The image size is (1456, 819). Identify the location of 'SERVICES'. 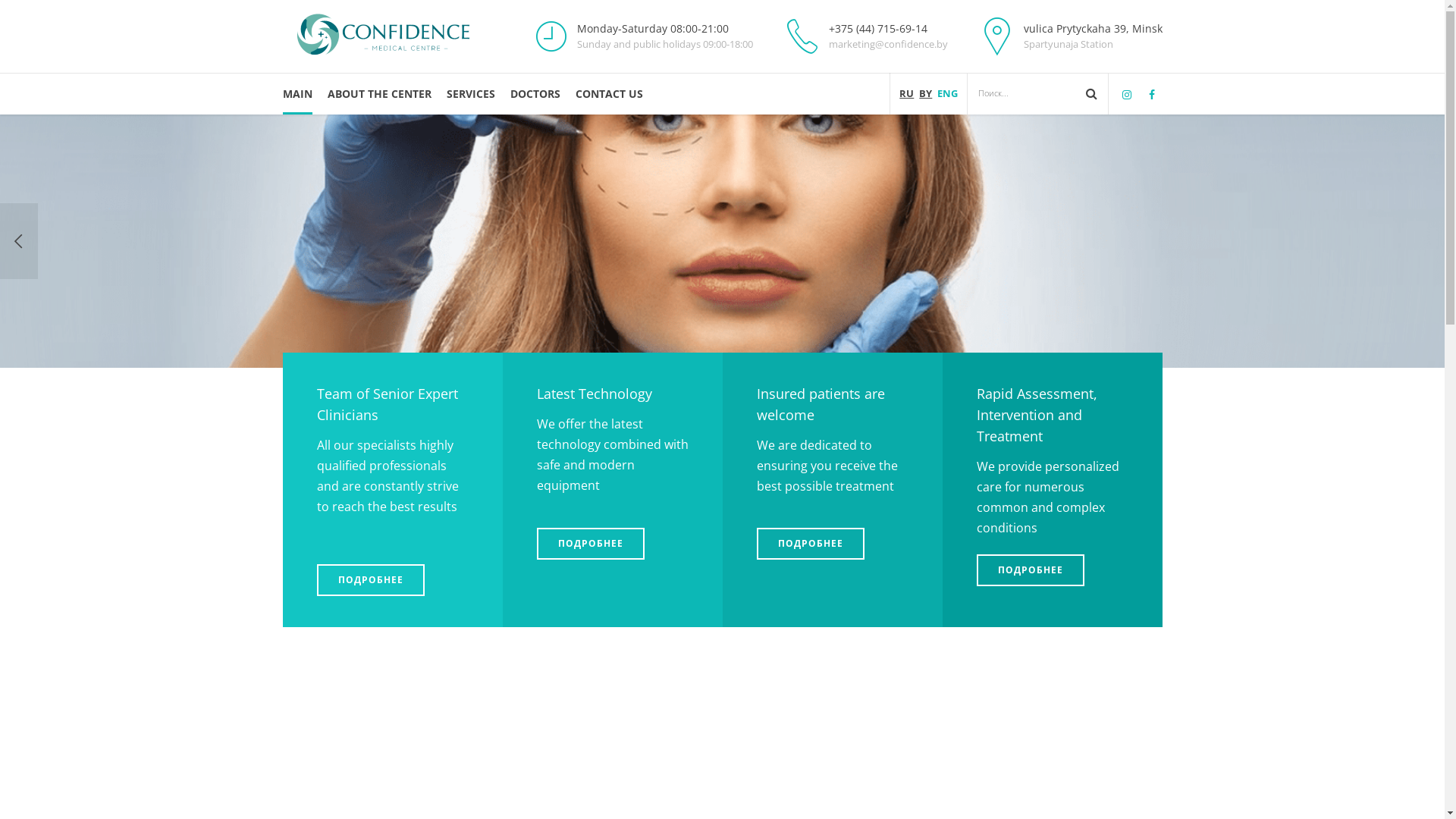
(469, 93).